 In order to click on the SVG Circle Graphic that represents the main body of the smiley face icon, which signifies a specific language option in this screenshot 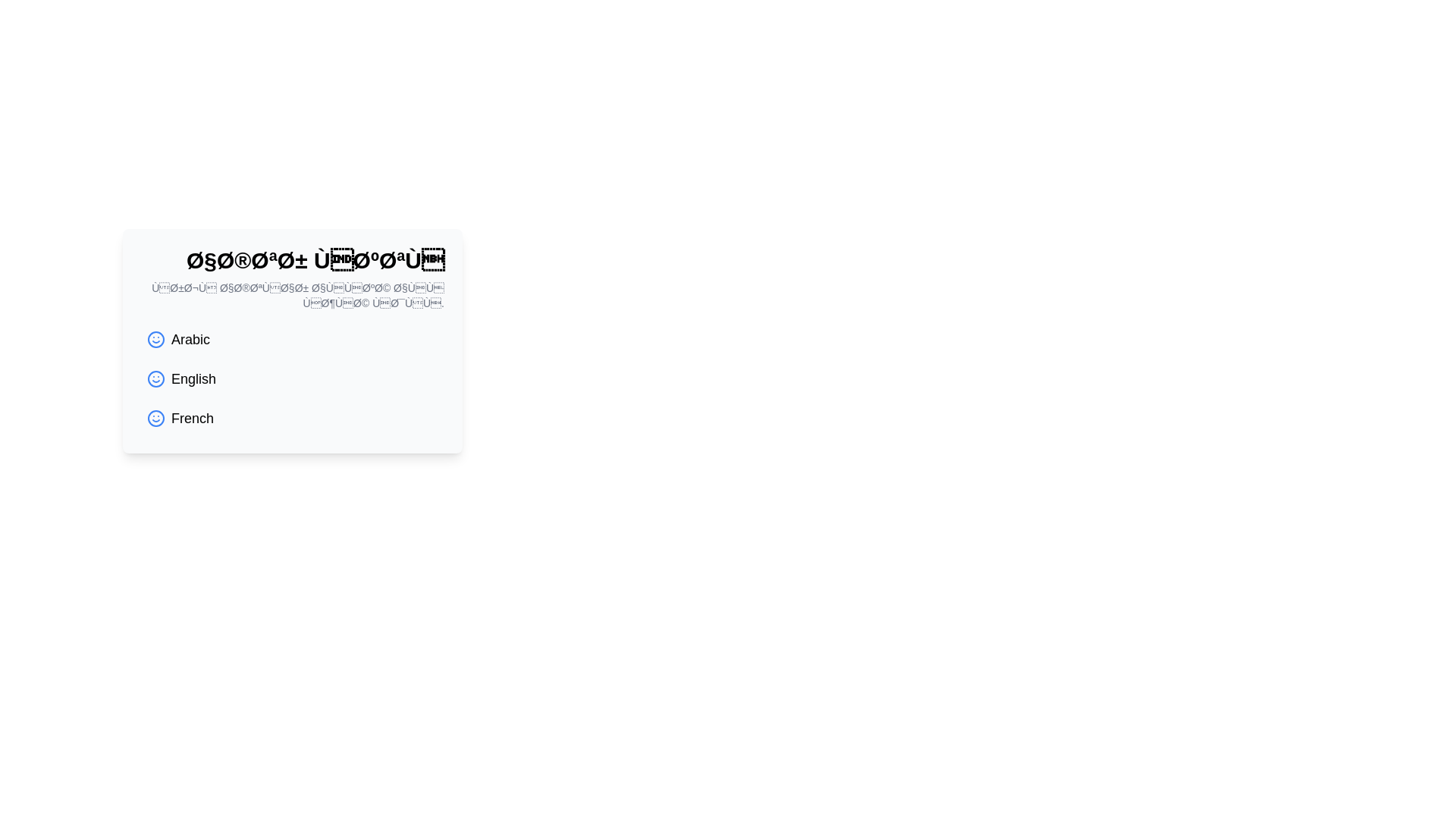, I will do `click(156, 338)`.